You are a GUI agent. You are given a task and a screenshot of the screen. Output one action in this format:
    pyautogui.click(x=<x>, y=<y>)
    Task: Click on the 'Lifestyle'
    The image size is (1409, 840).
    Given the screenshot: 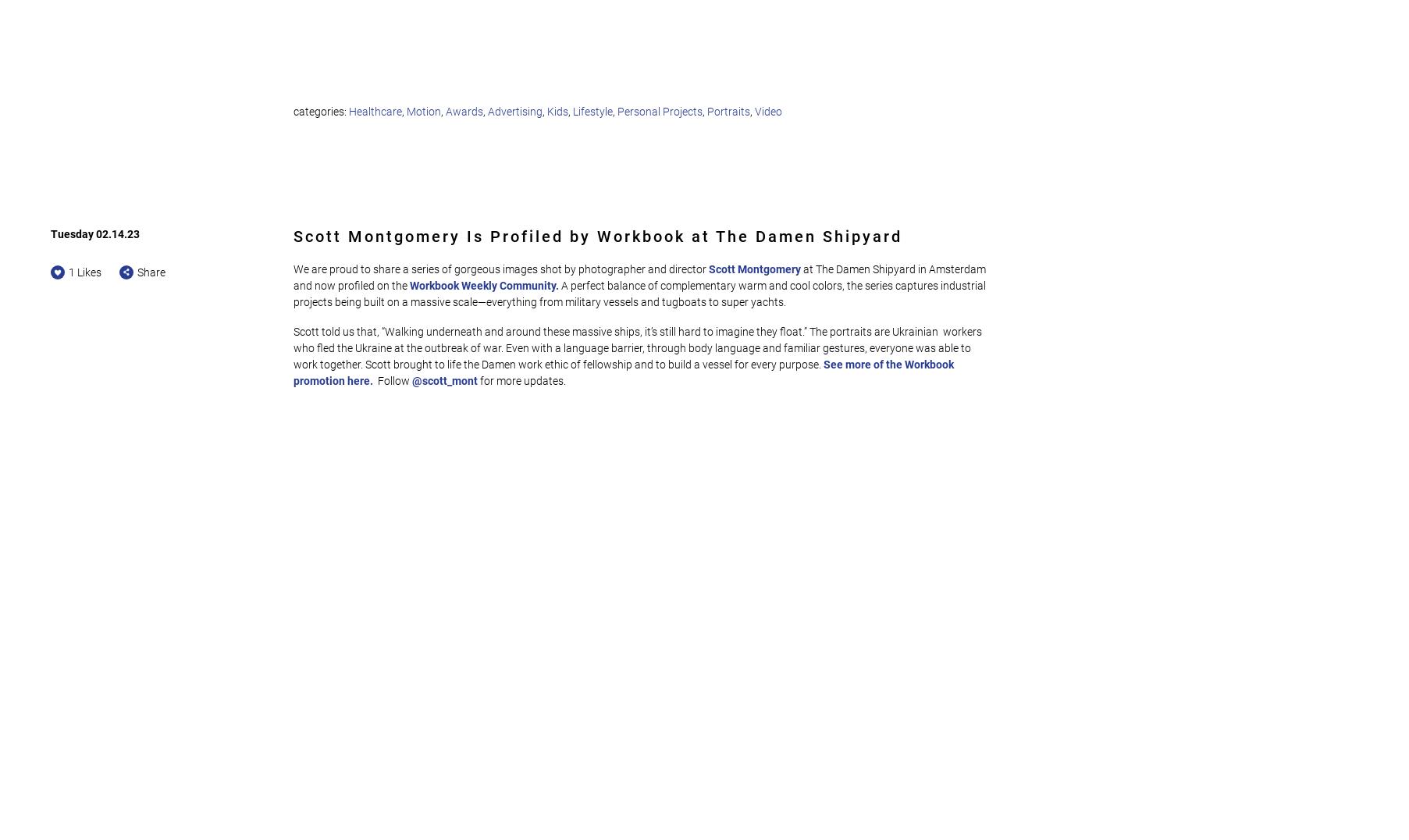 What is the action you would take?
    pyautogui.click(x=592, y=111)
    